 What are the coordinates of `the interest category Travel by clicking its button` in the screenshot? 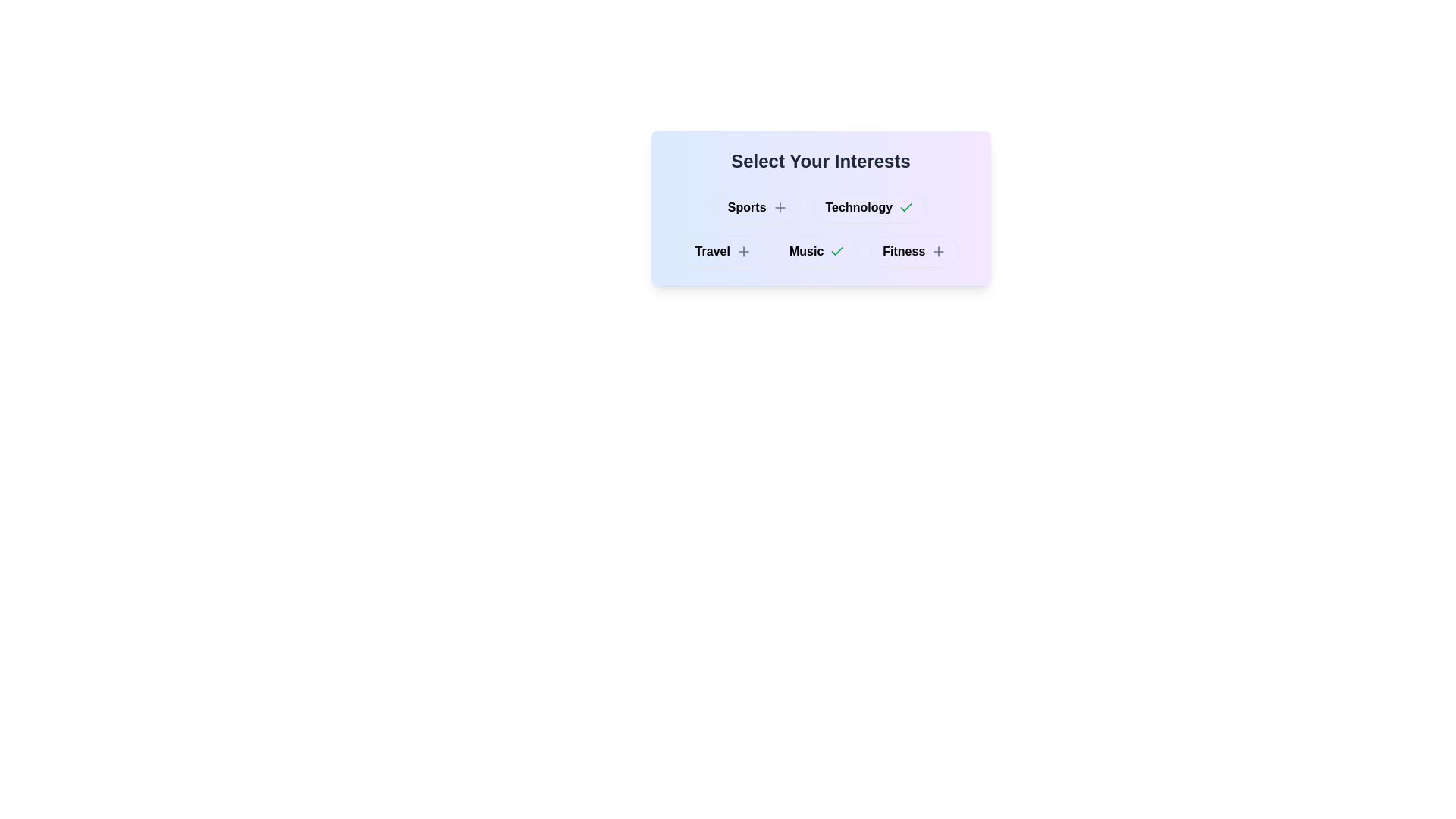 It's located at (723, 250).